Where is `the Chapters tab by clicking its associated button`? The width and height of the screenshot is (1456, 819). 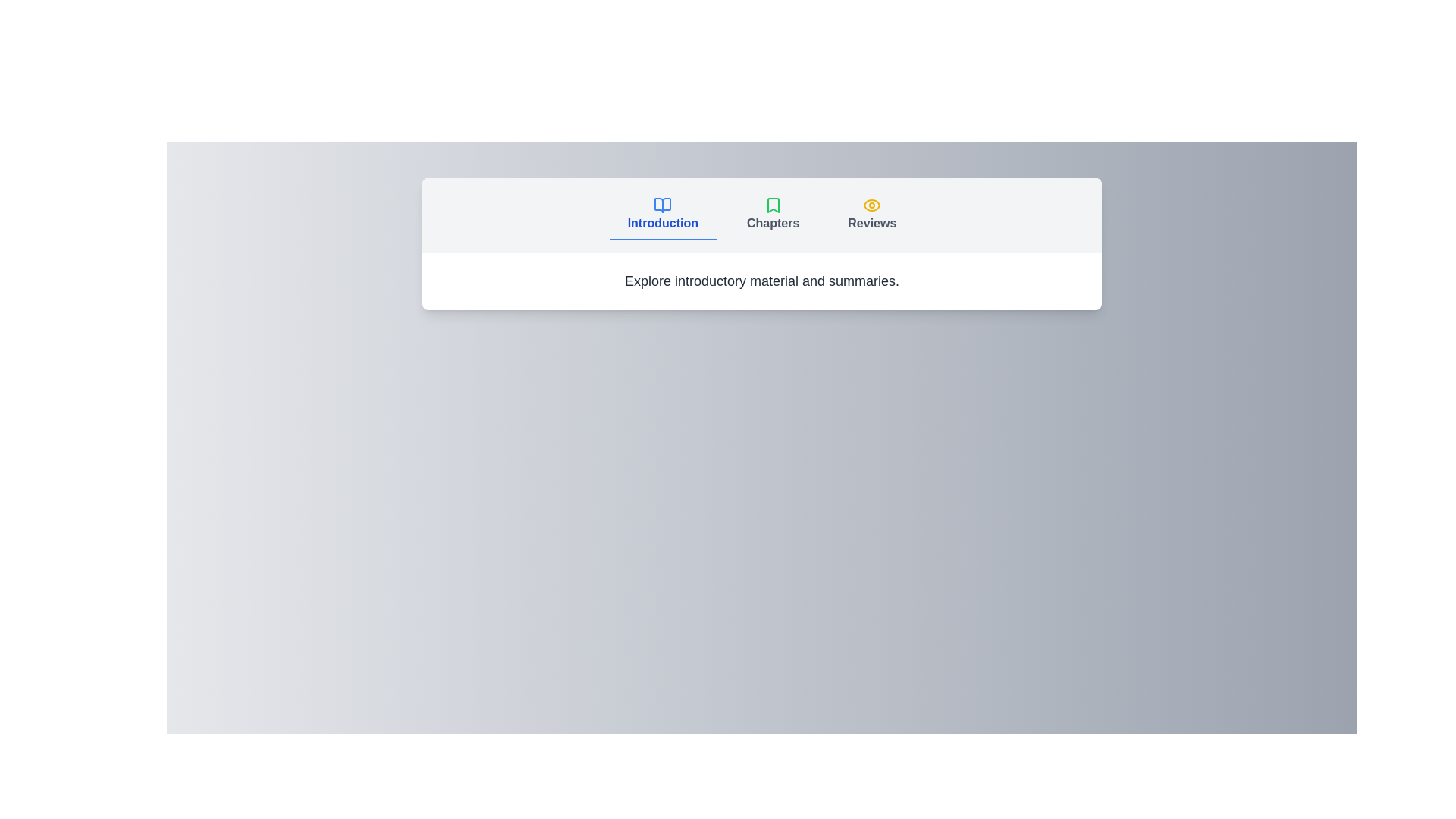
the Chapters tab by clicking its associated button is located at coordinates (773, 215).